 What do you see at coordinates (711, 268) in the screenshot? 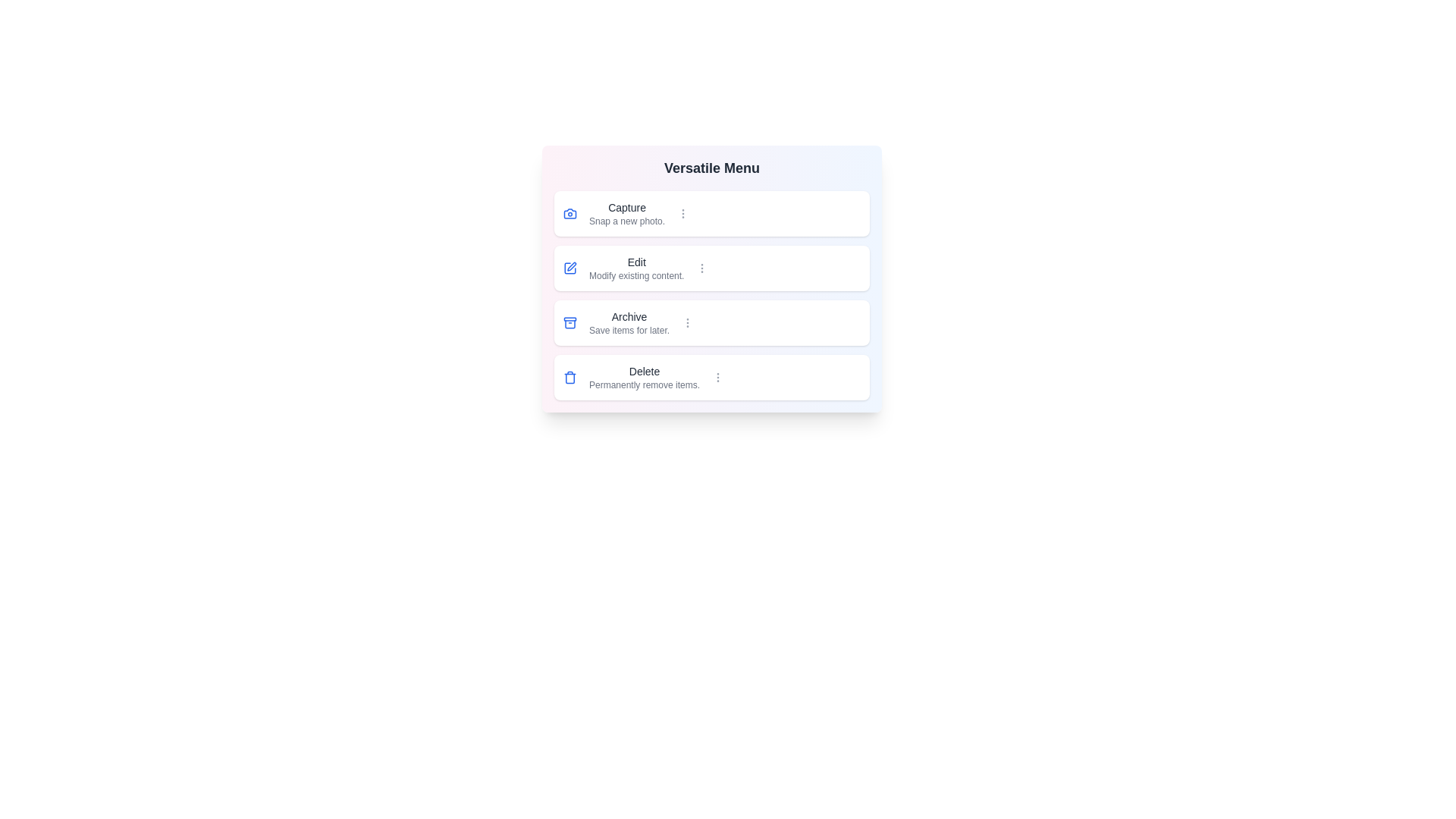
I see `the menu item labeled Edit to select it` at bounding box center [711, 268].